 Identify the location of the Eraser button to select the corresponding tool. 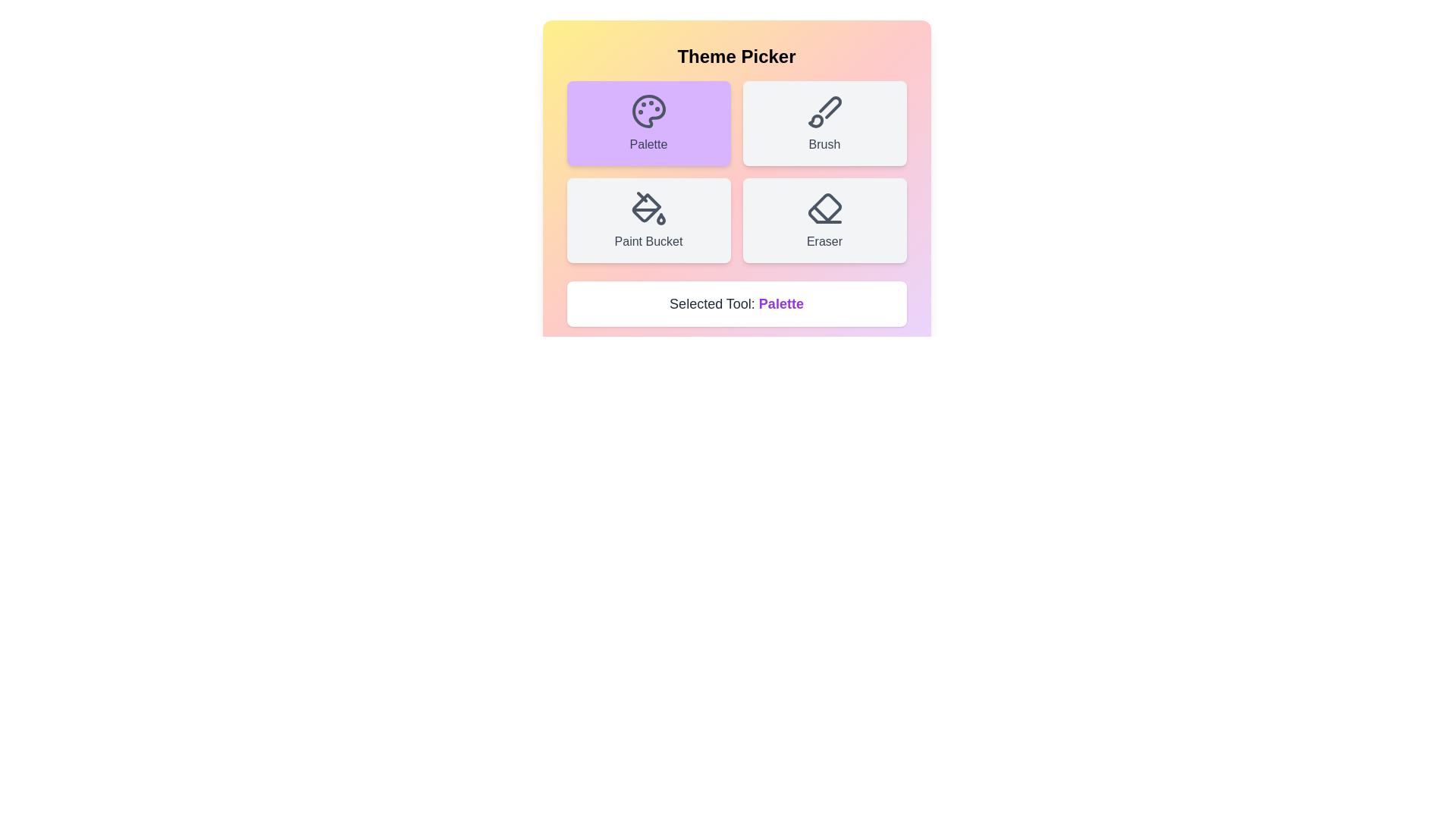
(824, 220).